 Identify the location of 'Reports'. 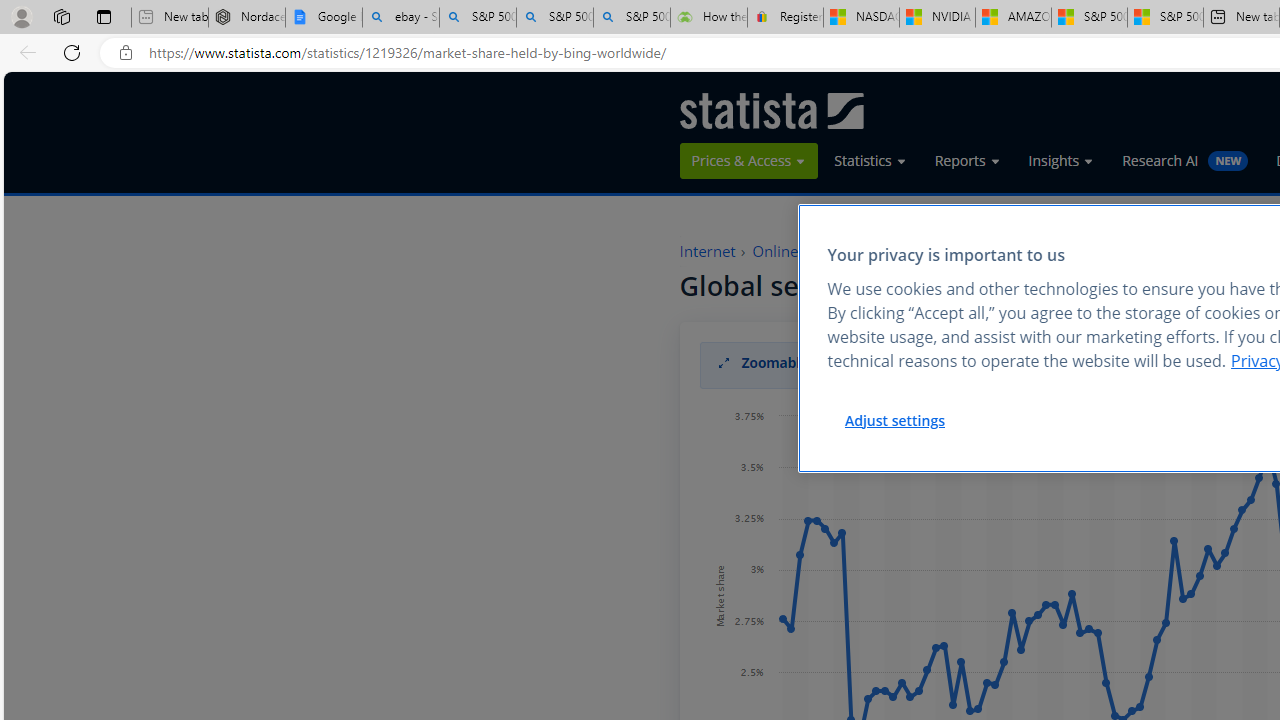
(967, 159).